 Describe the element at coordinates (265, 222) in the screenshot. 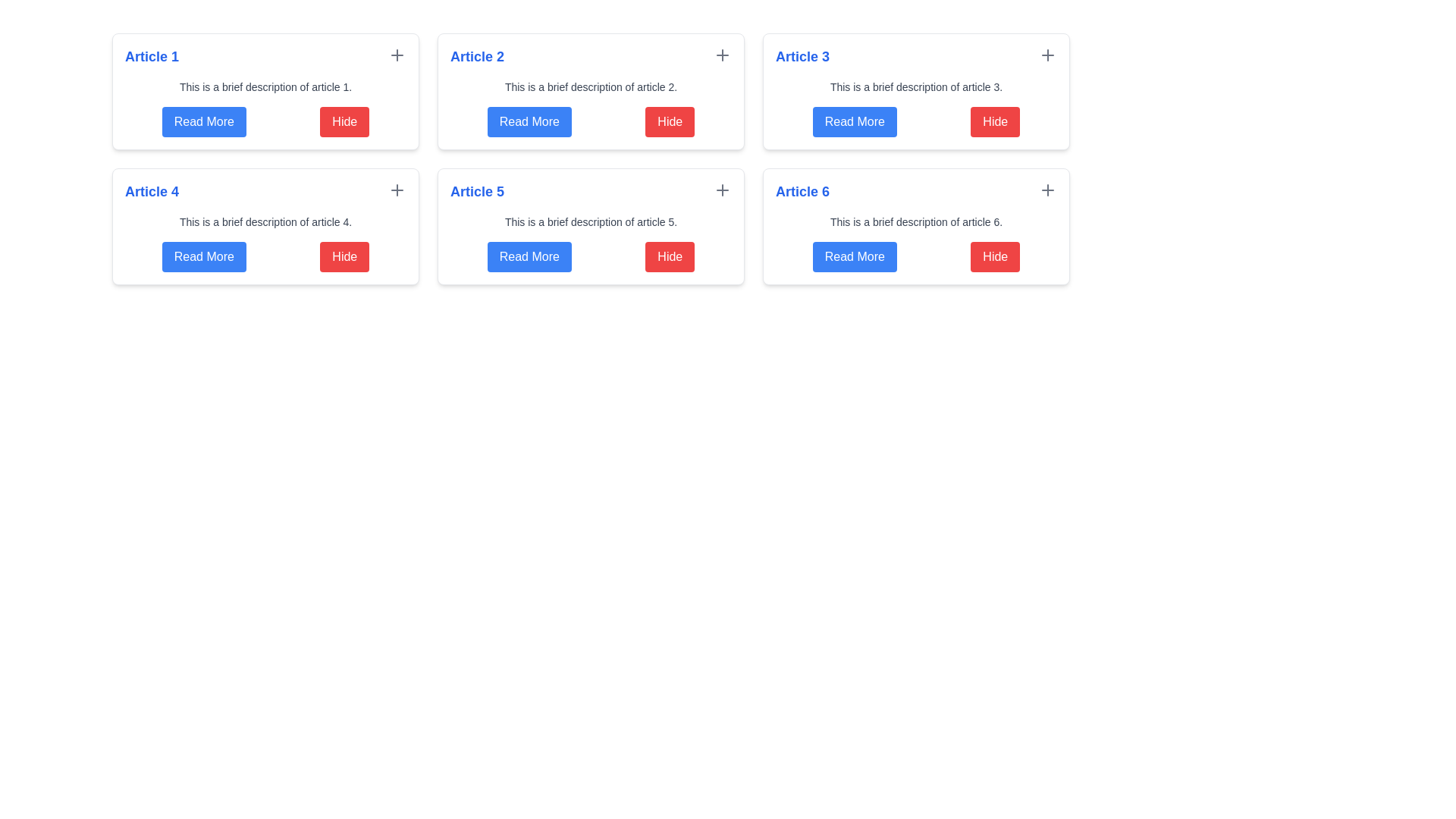

I see `the Text block that provides a brief textual description for the article titled 'Article 4', which is located below the article title and above the buttons 'Read More' and 'Hide'` at that location.